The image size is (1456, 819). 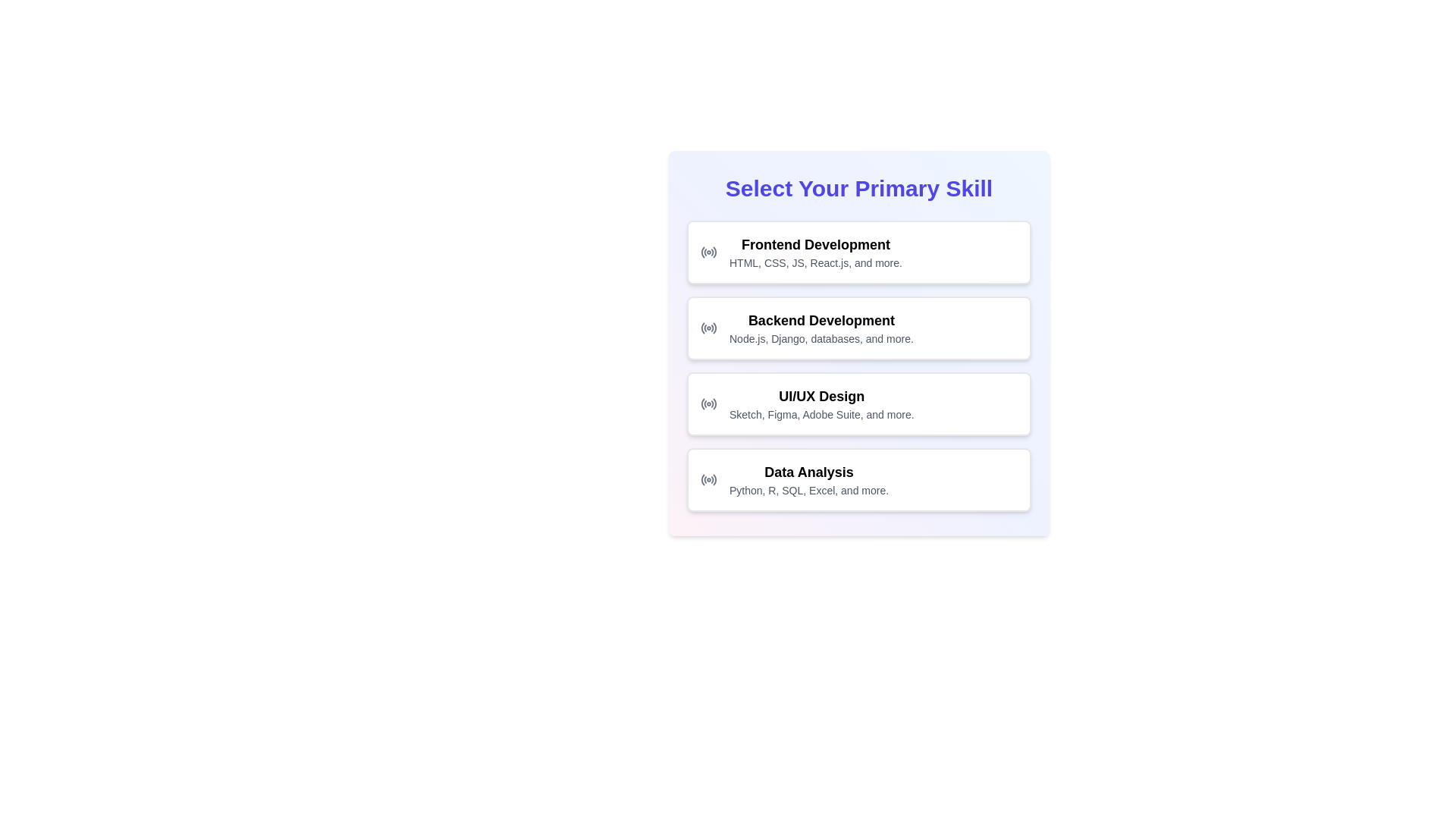 I want to click on the 'Backend Development' skill category option located centrally below 'Frontend Development' and above 'UI/UX Design' in the skill selection list, so click(x=821, y=327).